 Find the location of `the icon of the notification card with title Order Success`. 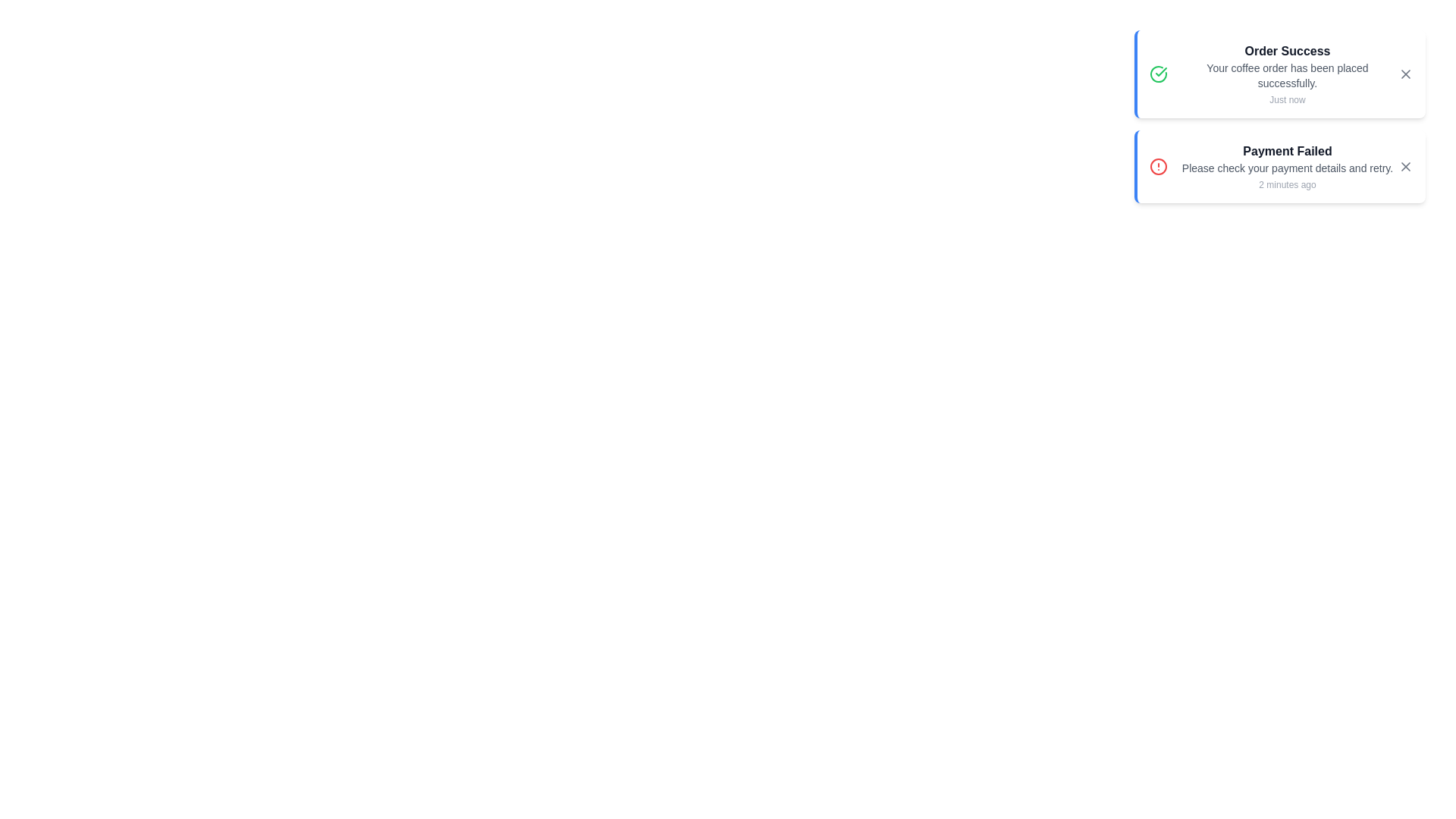

the icon of the notification card with title Order Success is located at coordinates (1157, 74).